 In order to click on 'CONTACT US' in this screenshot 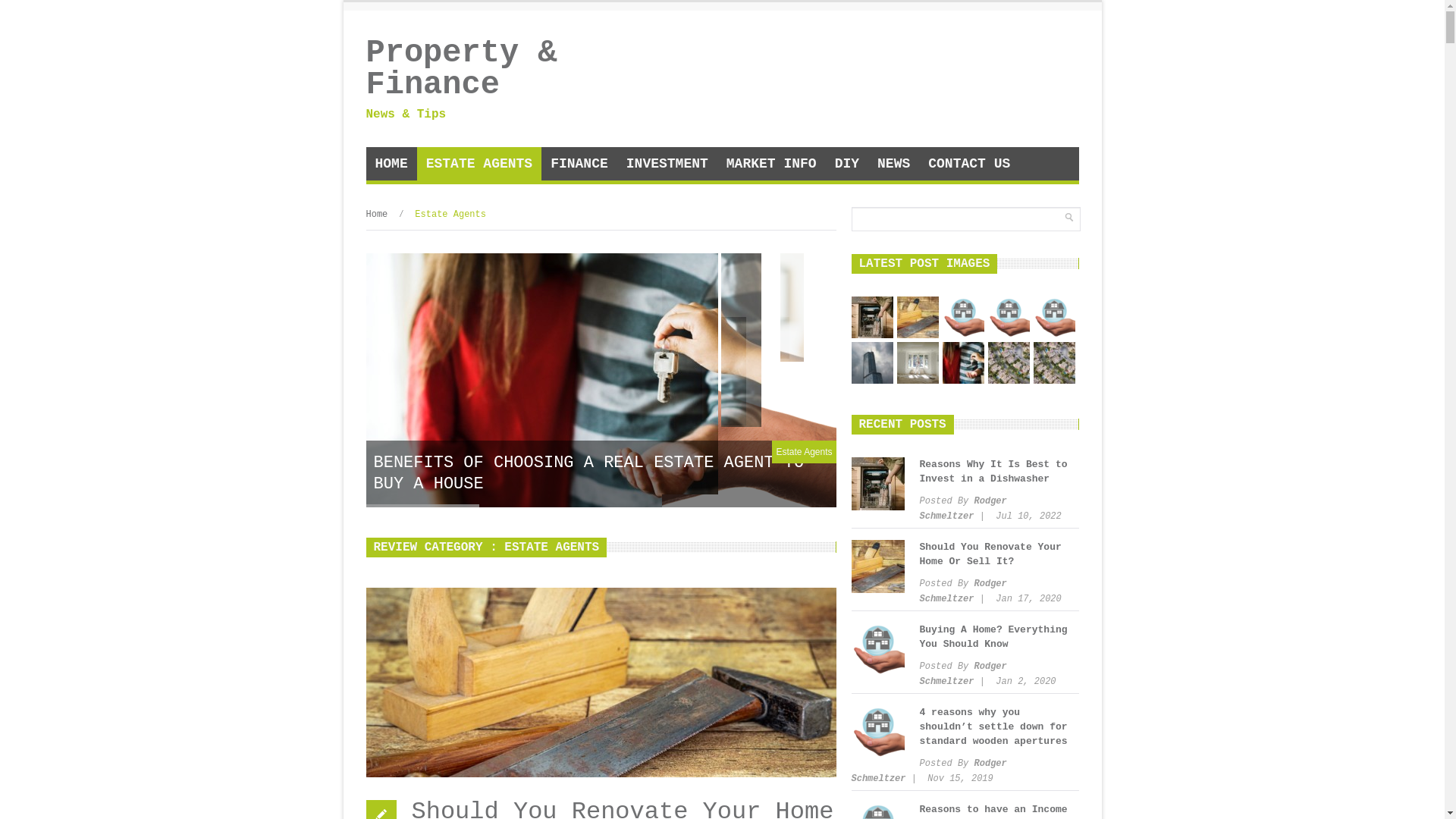, I will do `click(968, 164)`.